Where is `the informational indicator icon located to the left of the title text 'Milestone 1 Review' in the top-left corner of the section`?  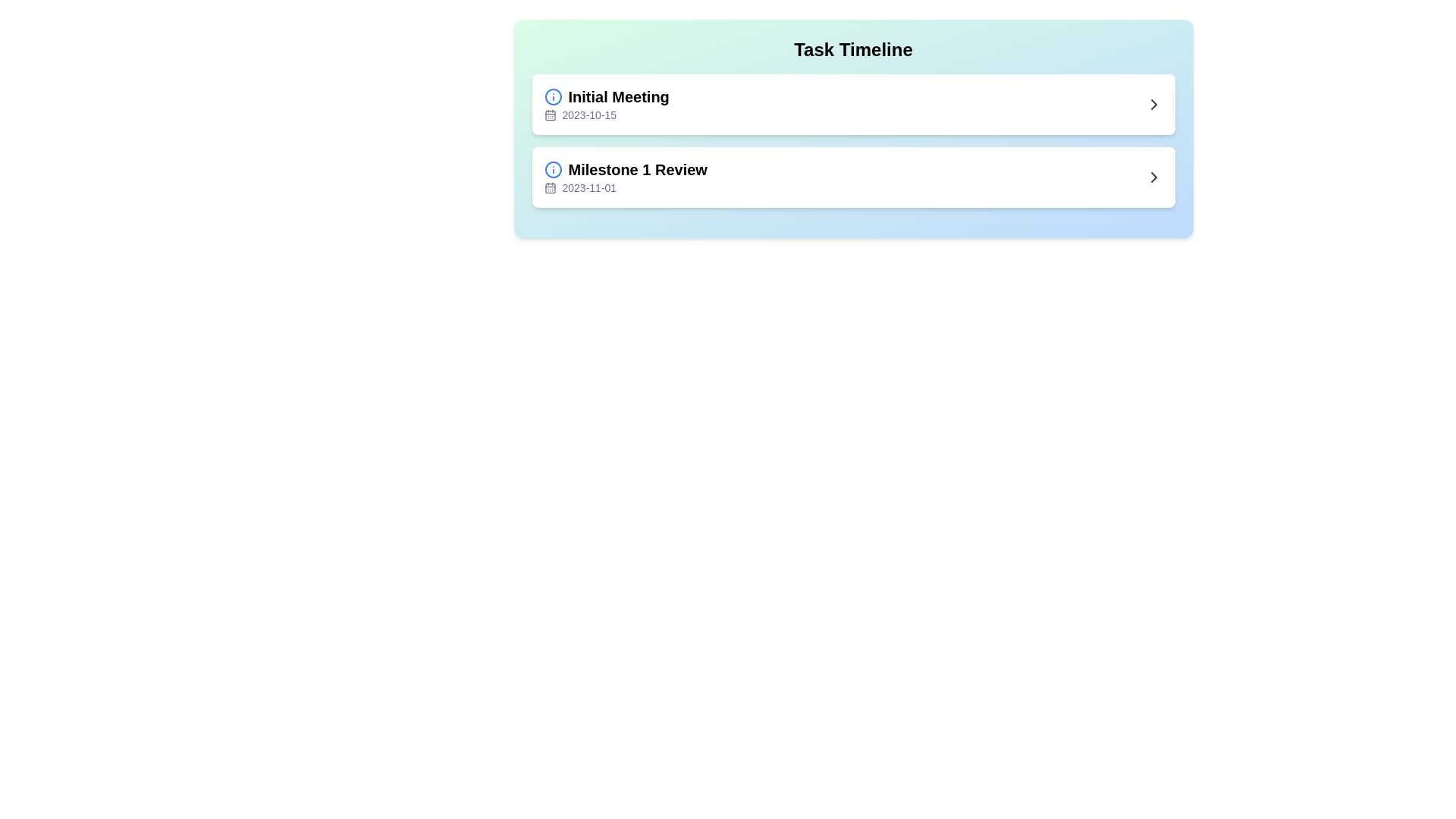
the informational indicator icon located to the left of the title text 'Milestone 1 Review' in the top-left corner of the section is located at coordinates (552, 169).